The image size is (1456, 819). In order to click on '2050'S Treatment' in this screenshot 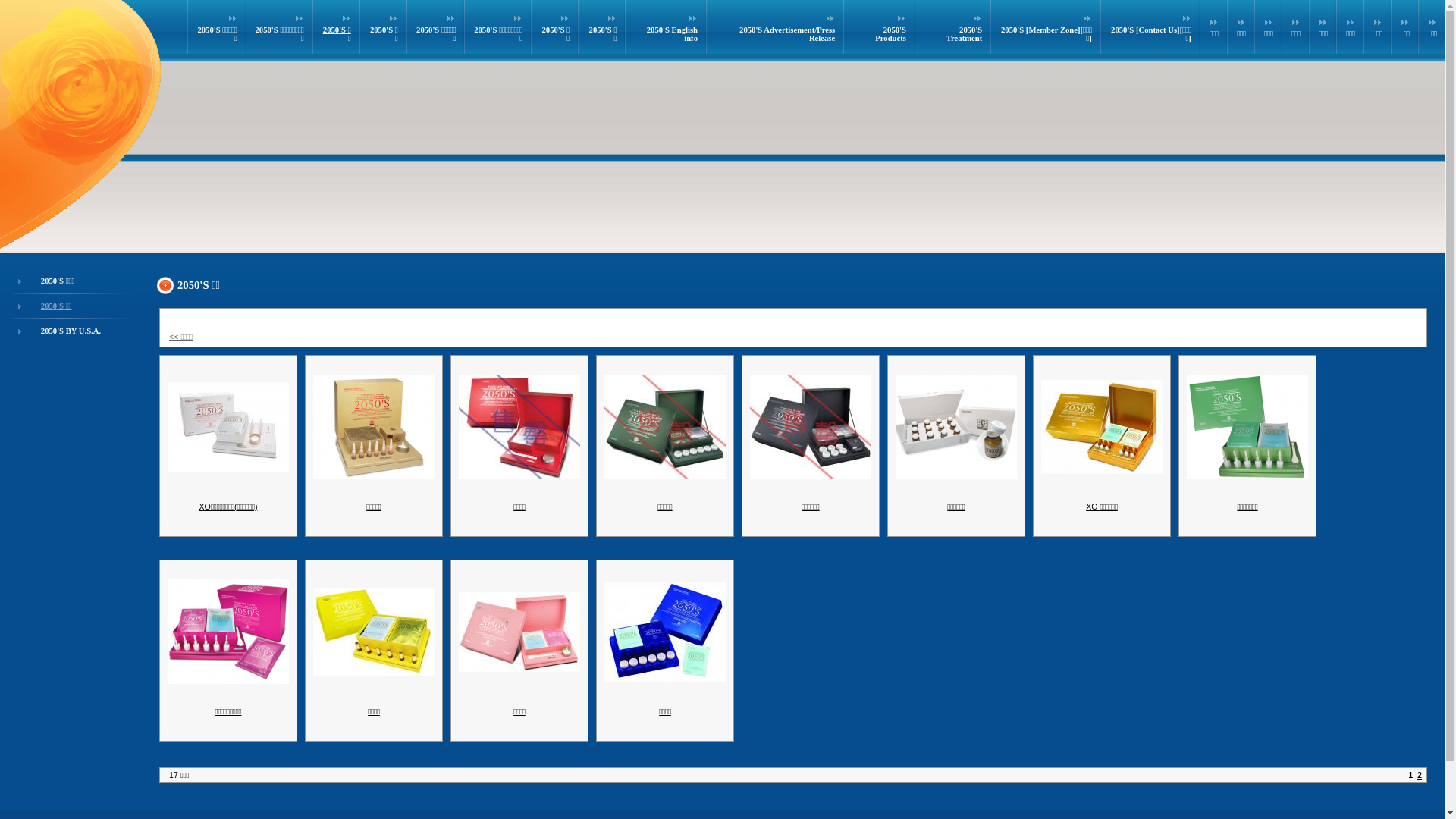, I will do `click(964, 34)`.